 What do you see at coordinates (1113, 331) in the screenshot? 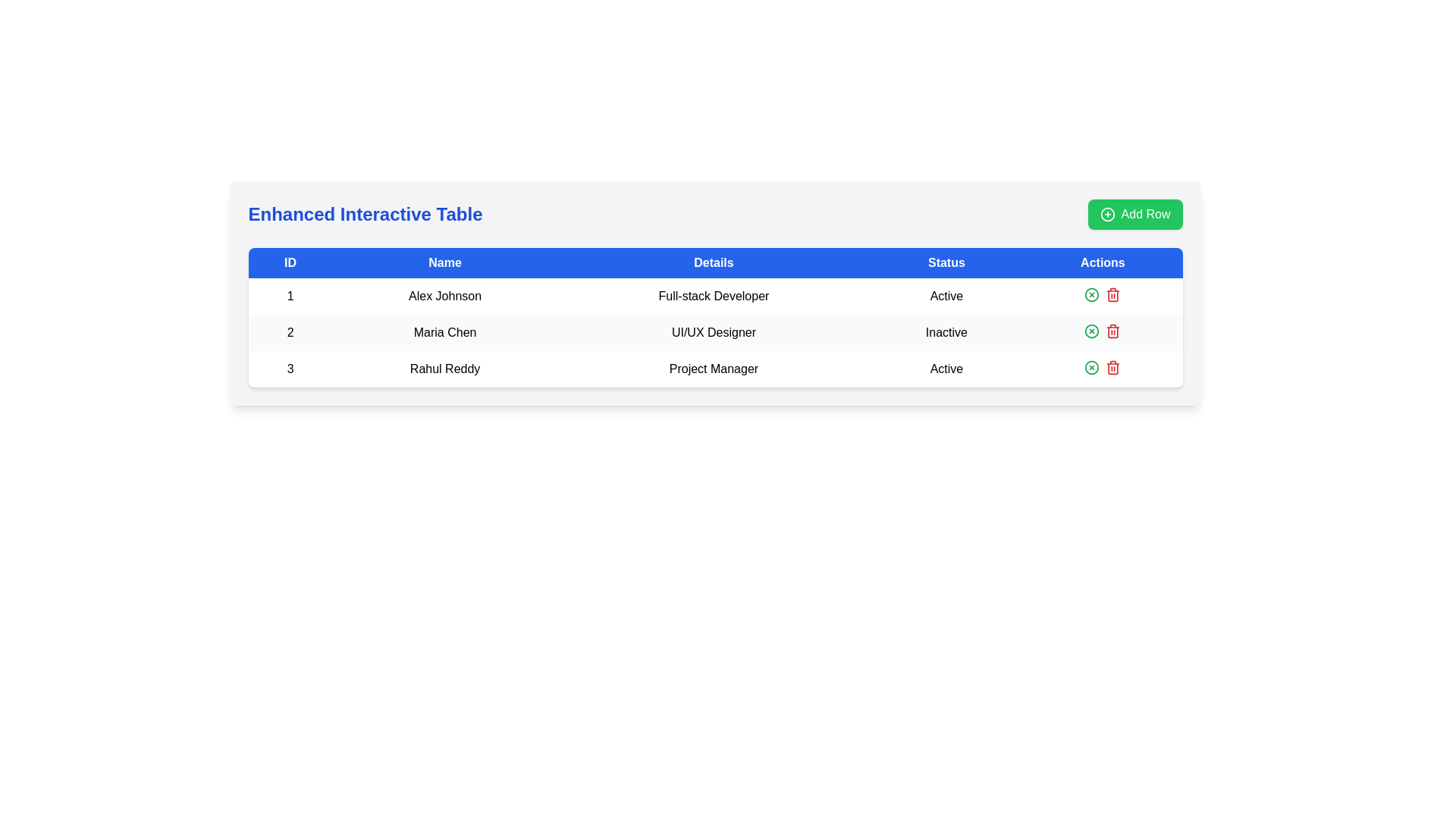
I see `the red trash can icon button located in the 'Actions' column of the last row of the Enhanced Interactive Table` at bounding box center [1113, 331].